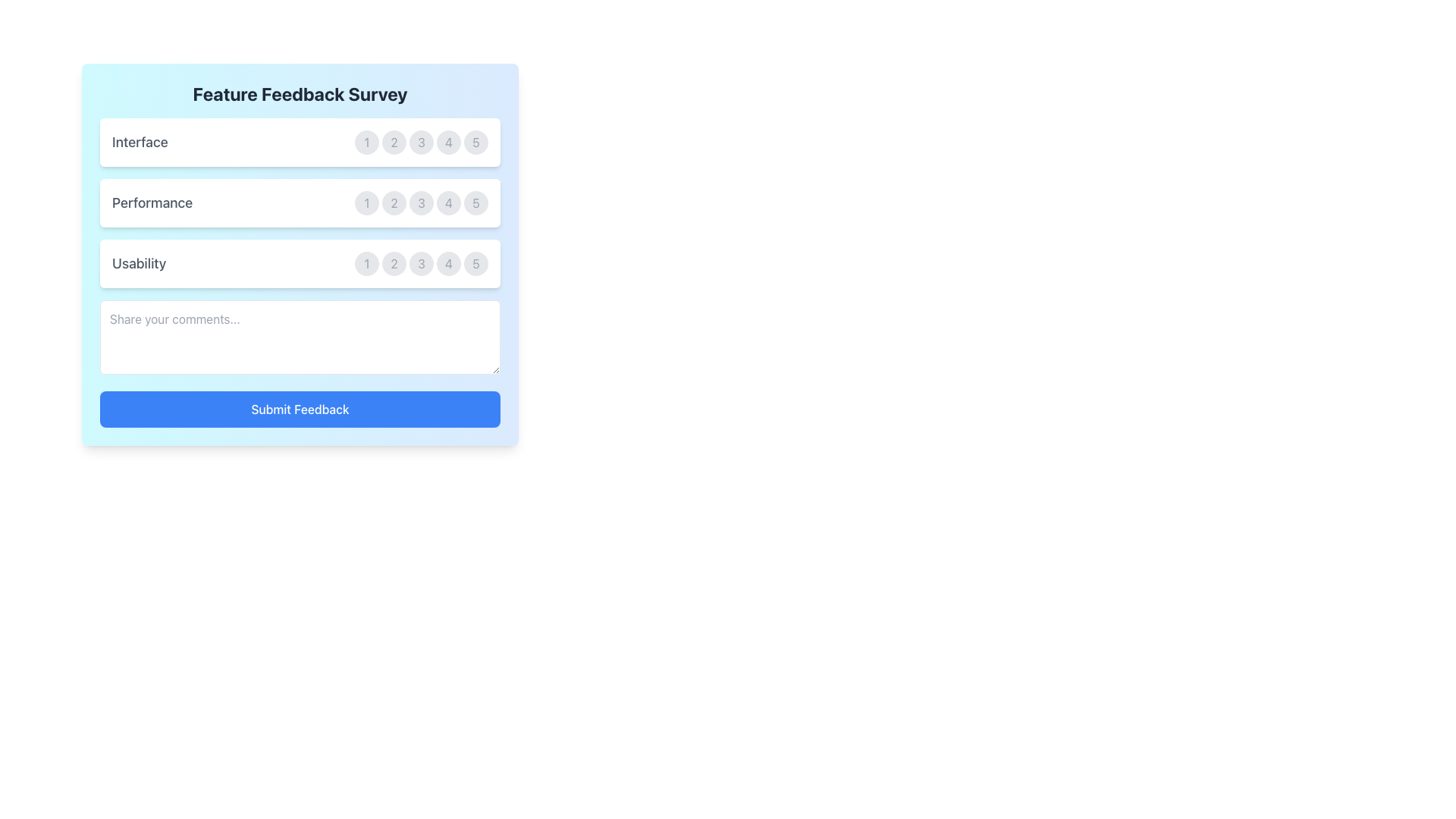  I want to click on one of the rating buttons (1 to 5) in the Rating row labeled 'Interface', which is the first row in the survey form, so click(300, 143).